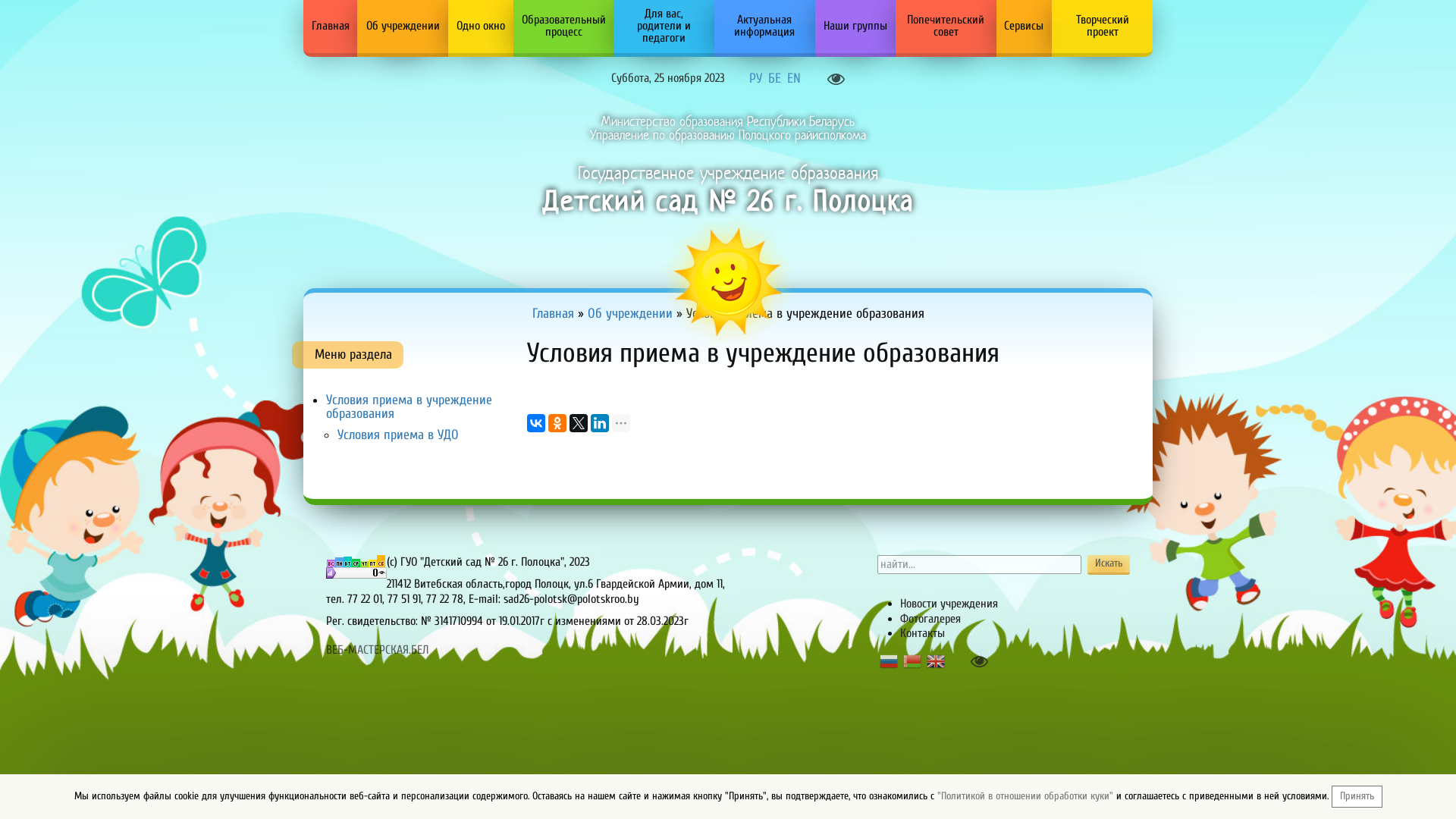 This screenshot has height=819, width=1456. I want to click on 'Twitter', so click(578, 423).